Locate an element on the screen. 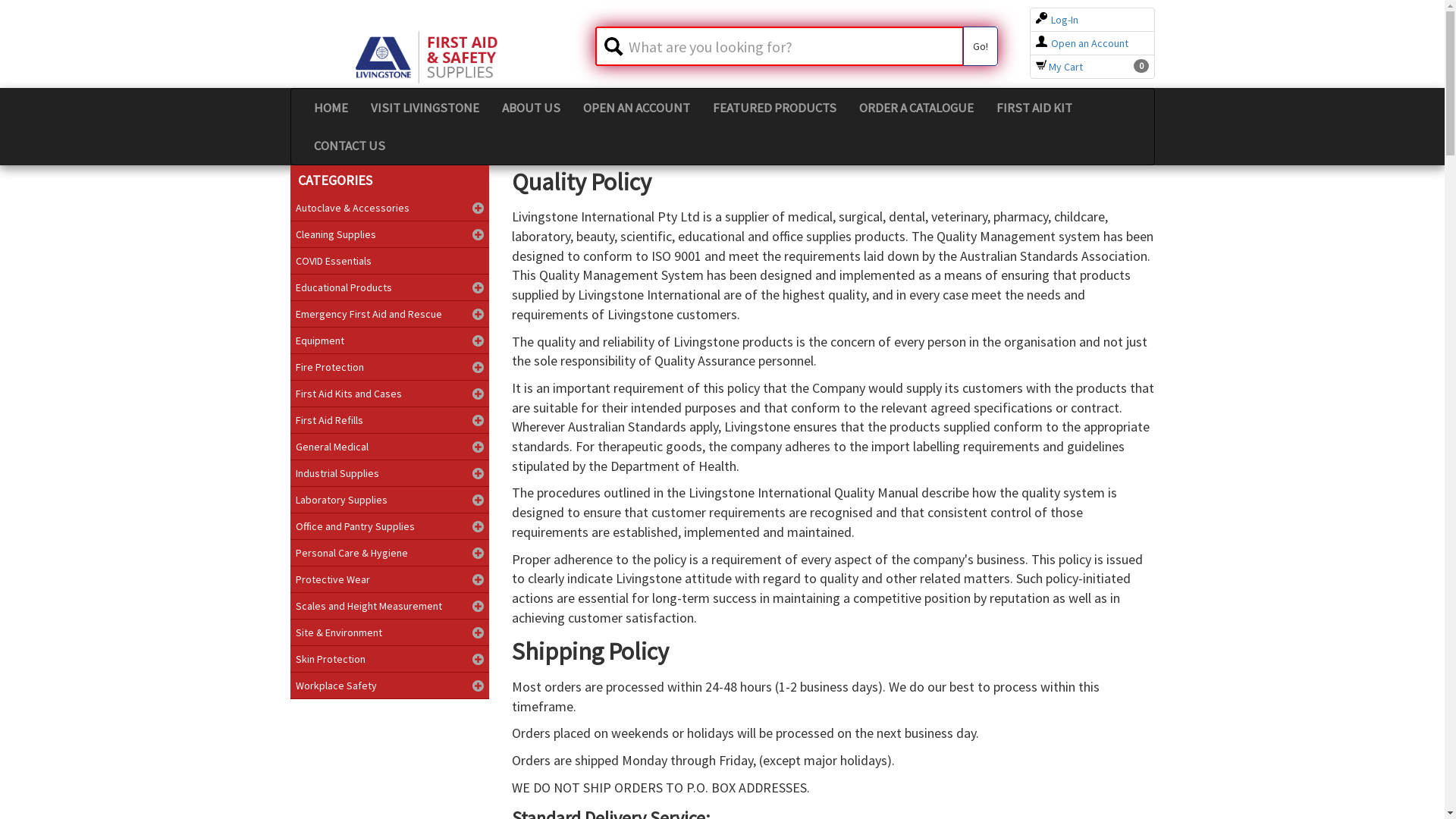  'Office and Pantry Supplies' is located at coordinates (389, 526).